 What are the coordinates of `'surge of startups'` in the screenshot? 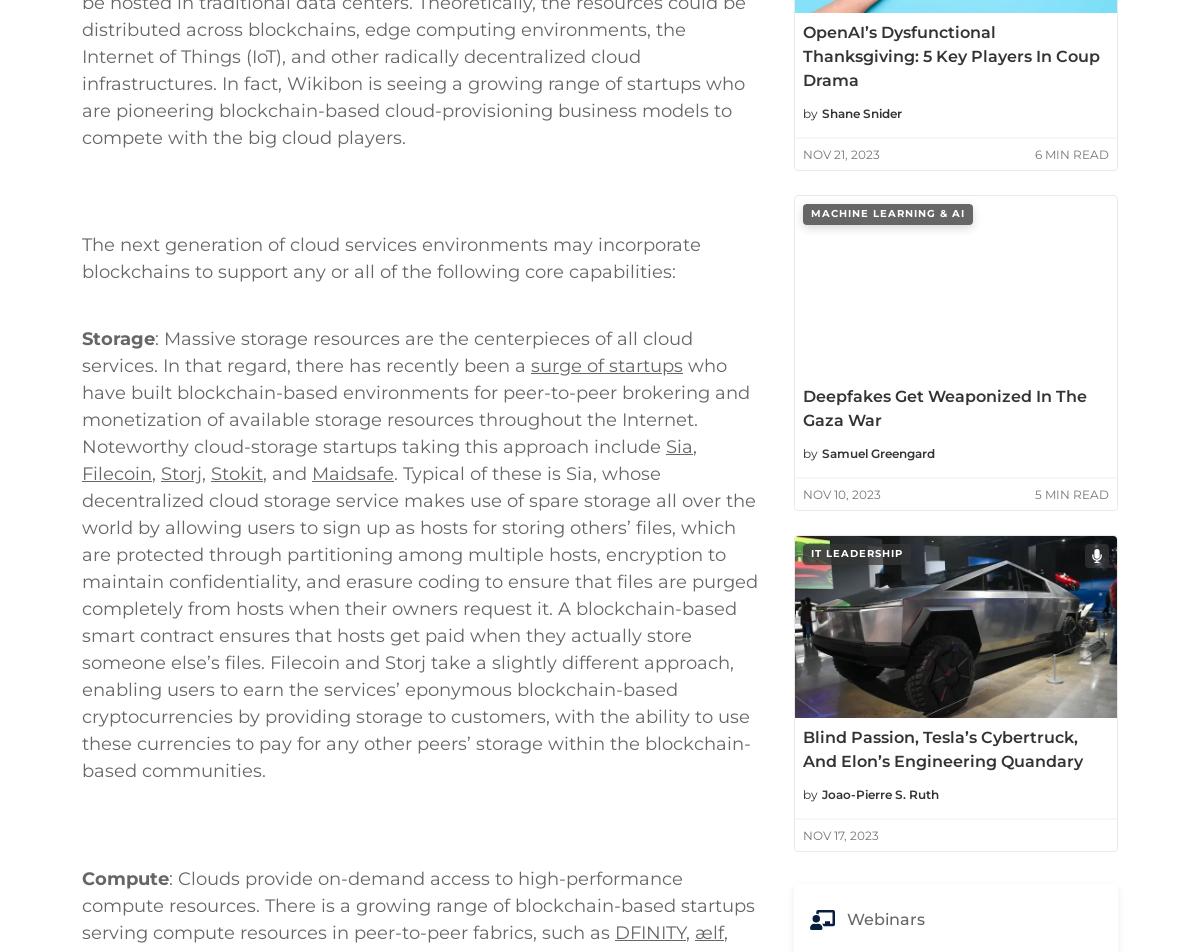 It's located at (606, 557).